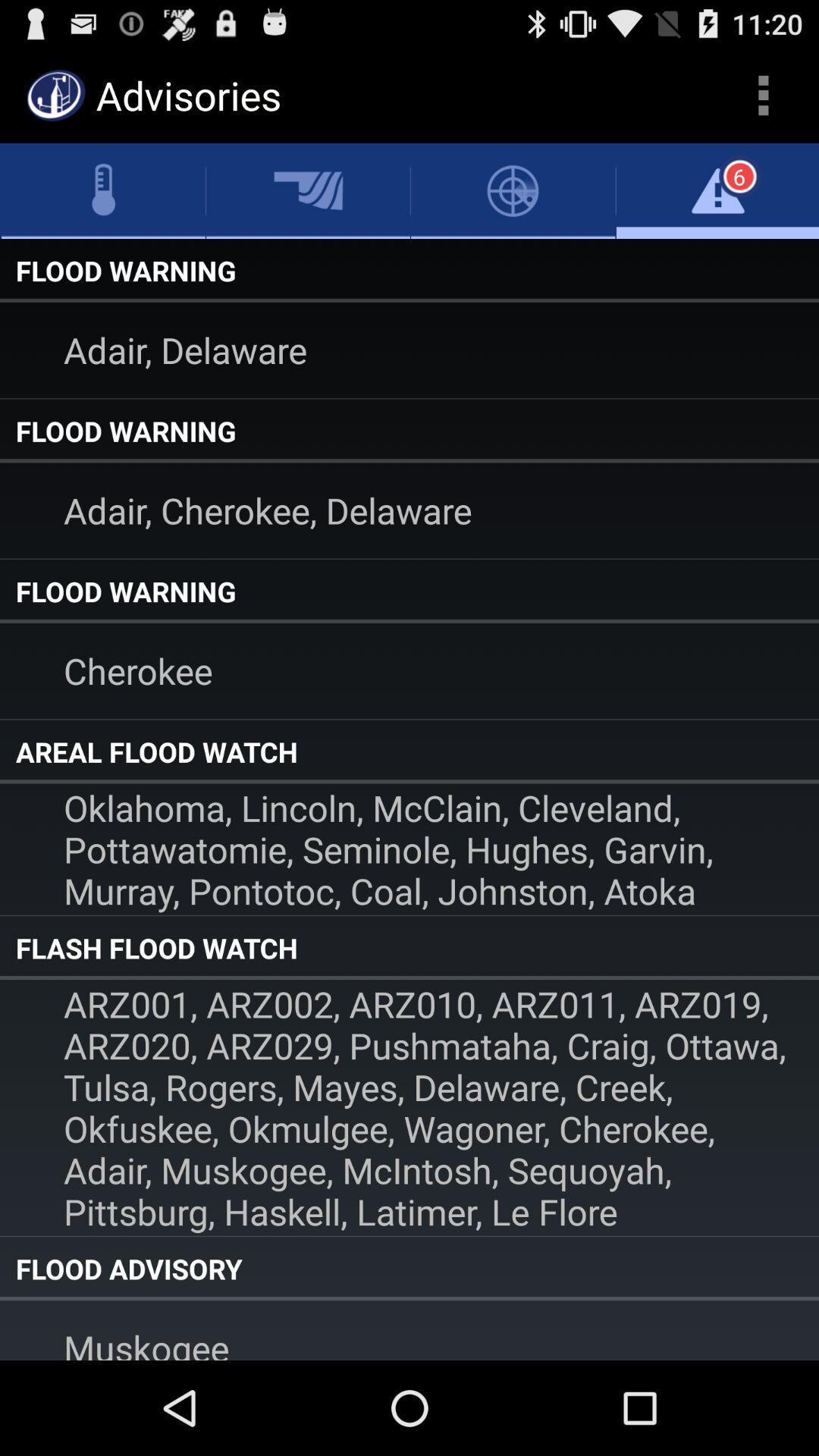  Describe the element at coordinates (409, 752) in the screenshot. I see `areal flood watch item` at that location.